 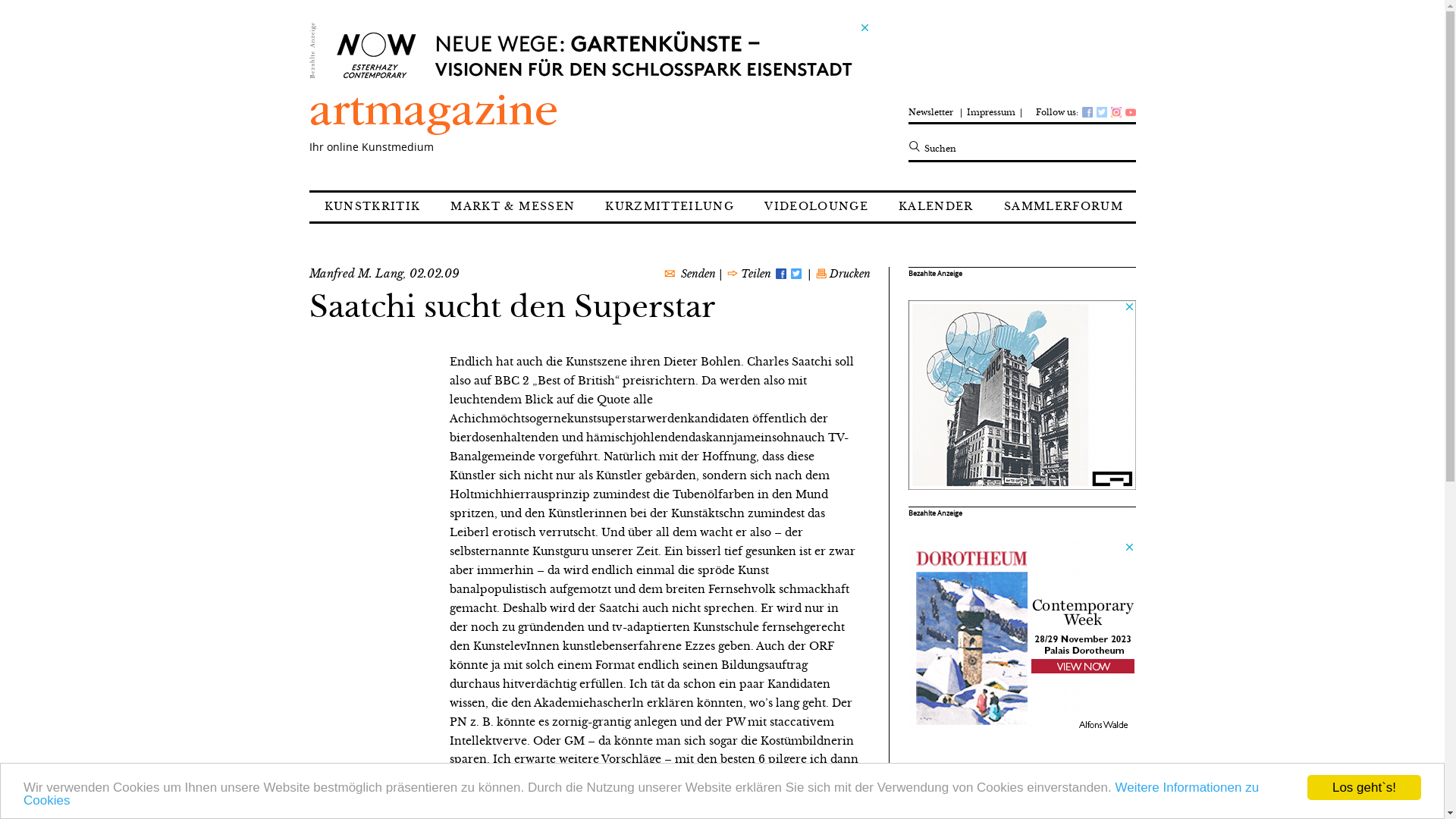 What do you see at coordinates (933, 107) in the screenshot?
I see `'Newsletter'` at bounding box center [933, 107].